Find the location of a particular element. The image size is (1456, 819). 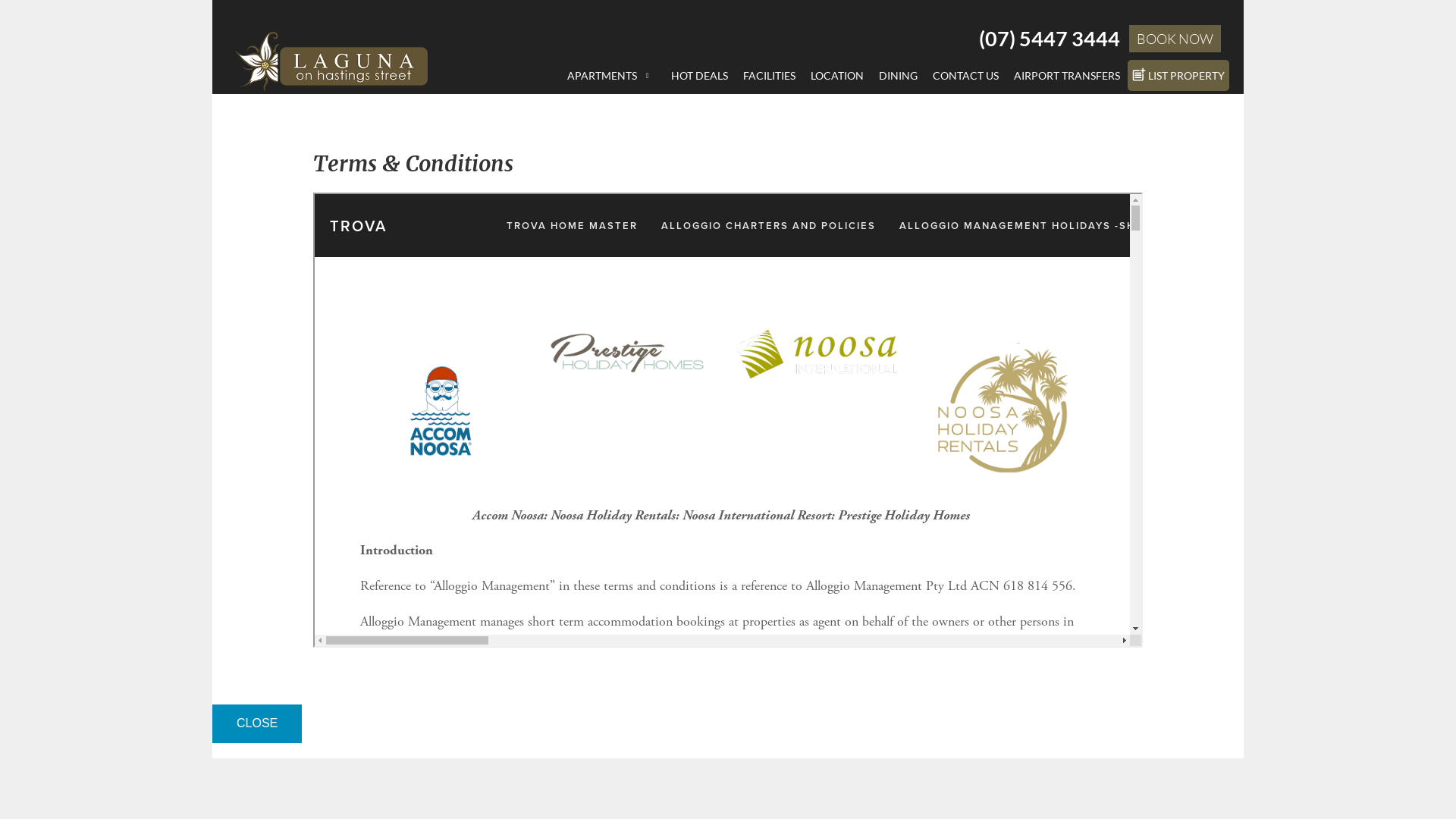

'AIRPORT TRANSFERS' is located at coordinates (1065, 75).